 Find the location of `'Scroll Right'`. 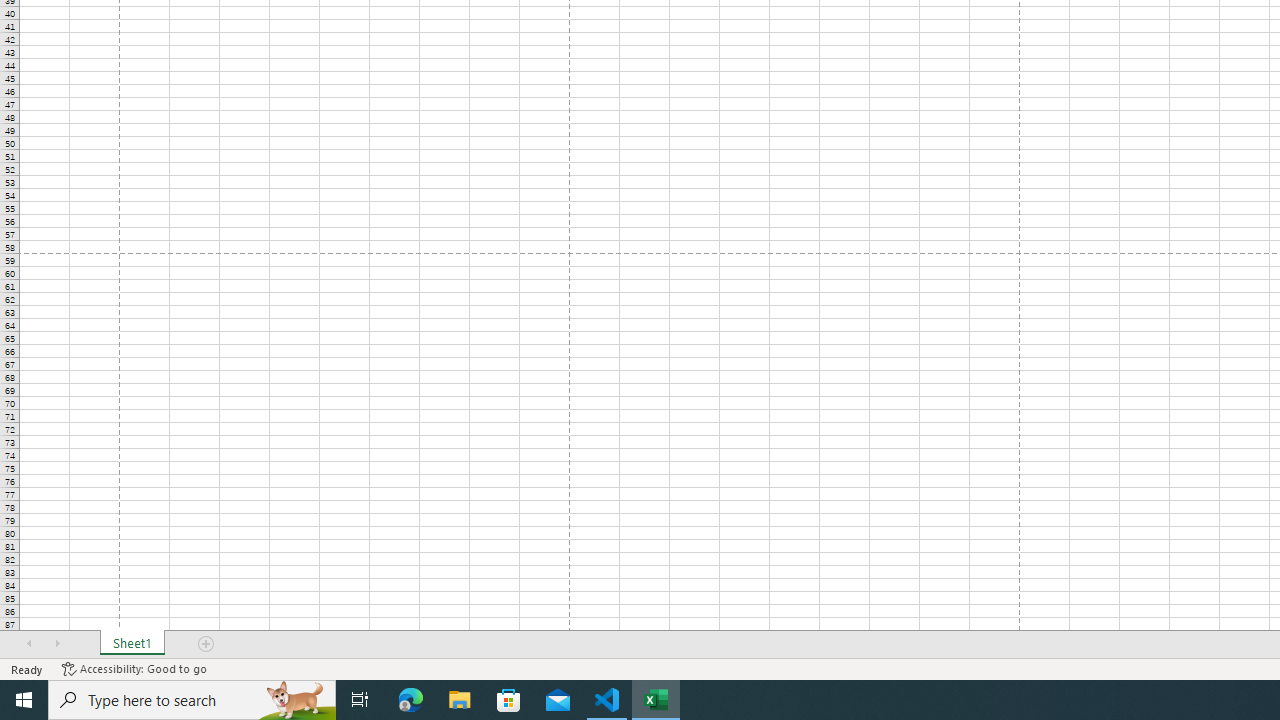

'Scroll Right' is located at coordinates (57, 644).